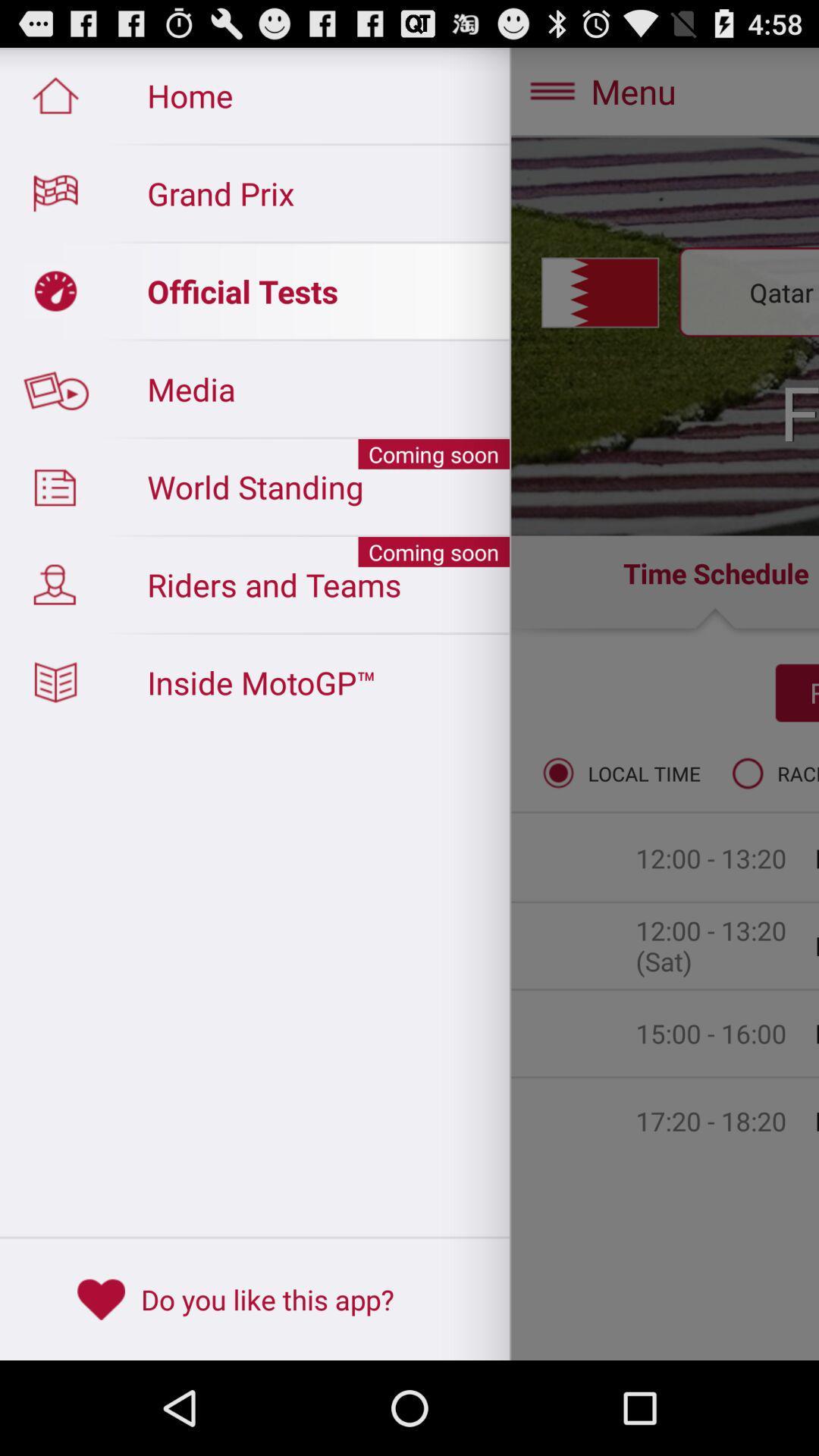  Describe the element at coordinates (599, 292) in the screenshot. I see `the symbol which is immediately to the left of qatar` at that location.